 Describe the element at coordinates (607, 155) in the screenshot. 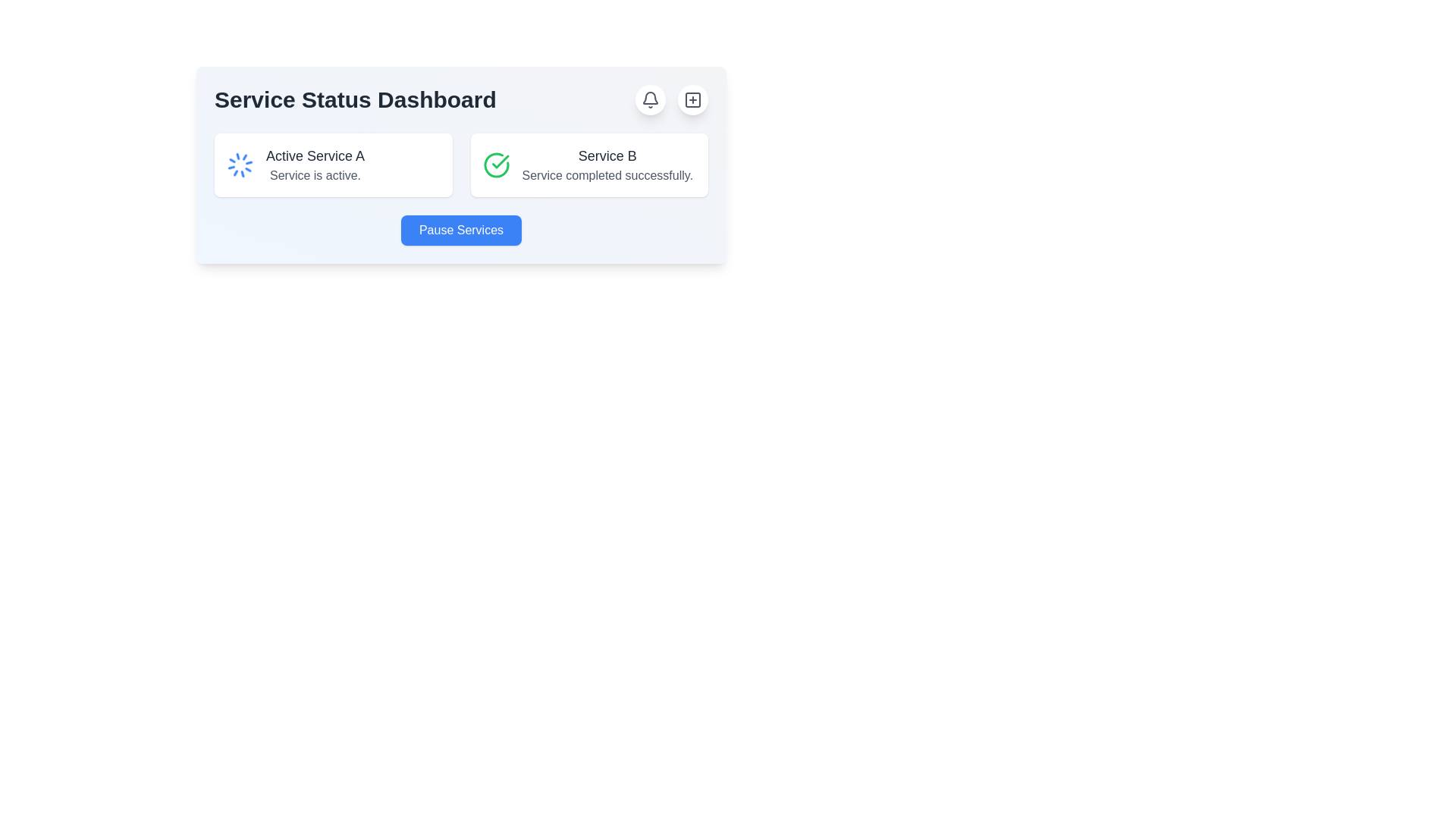

I see `the 'Service B' text label, which is the first line in the card containing a checkmark icon to its left and followed by a descriptive text` at that location.